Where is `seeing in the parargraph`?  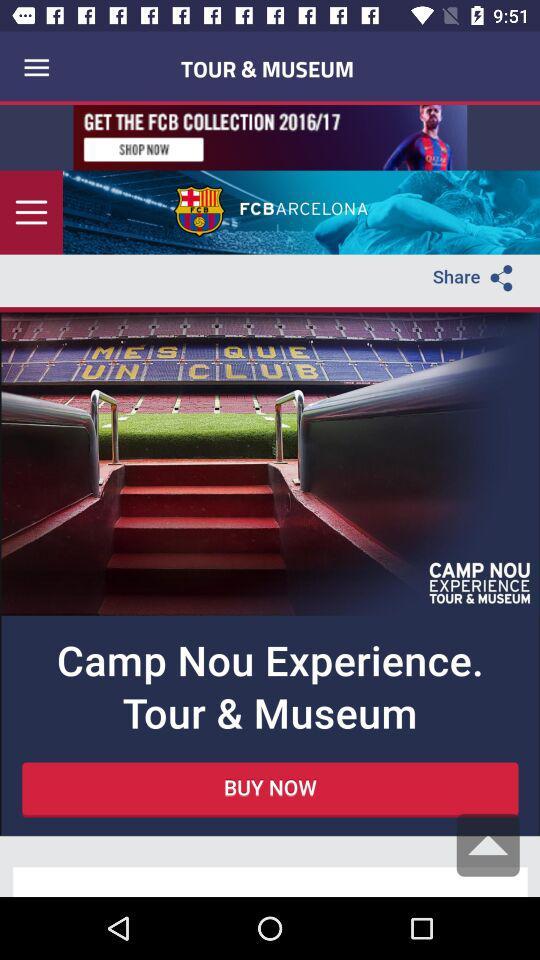 seeing in the parargraph is located at coordinates (270, 500).